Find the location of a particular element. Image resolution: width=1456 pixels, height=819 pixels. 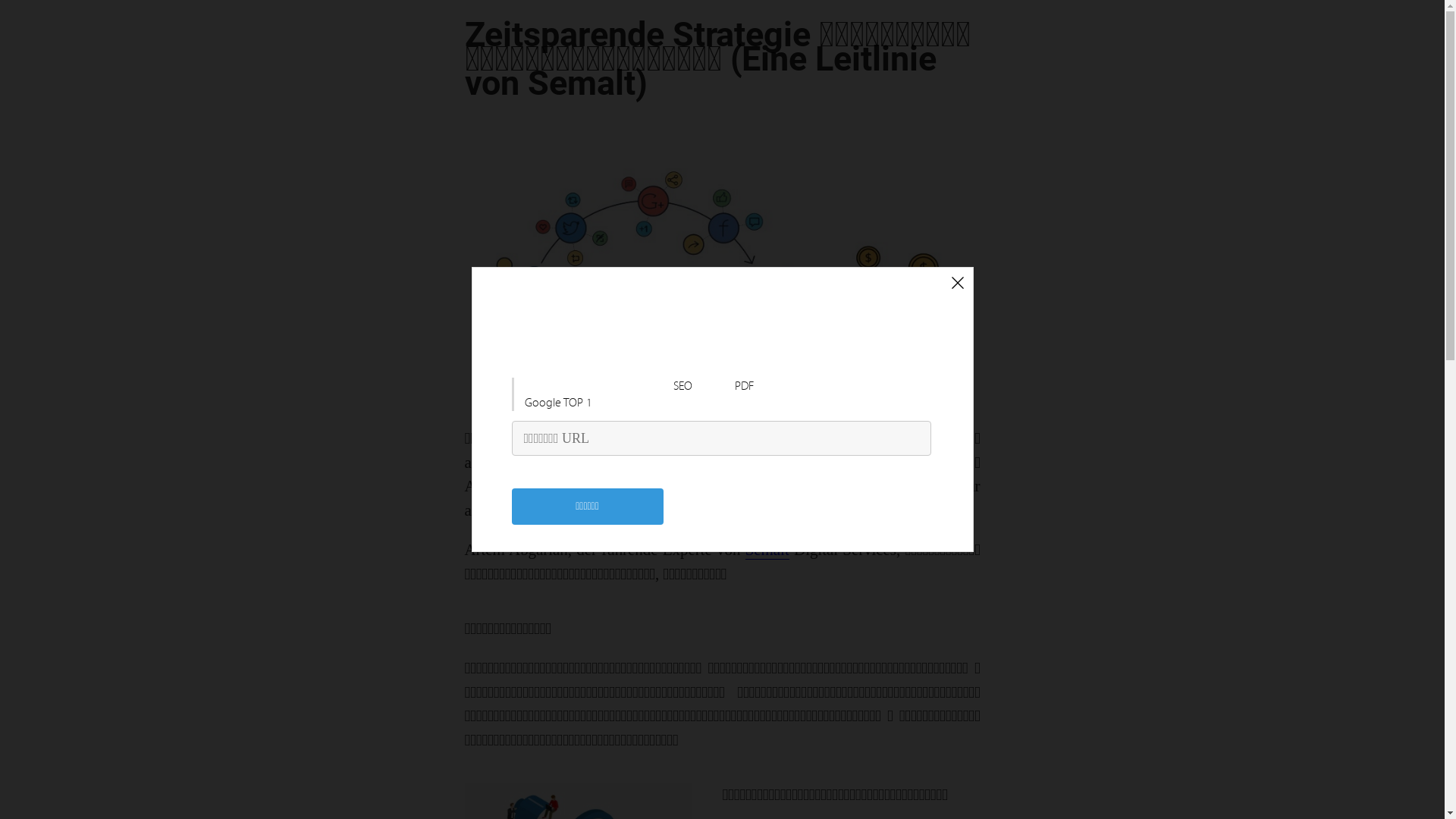

'Semalt' is located at coordinates (767, 550).